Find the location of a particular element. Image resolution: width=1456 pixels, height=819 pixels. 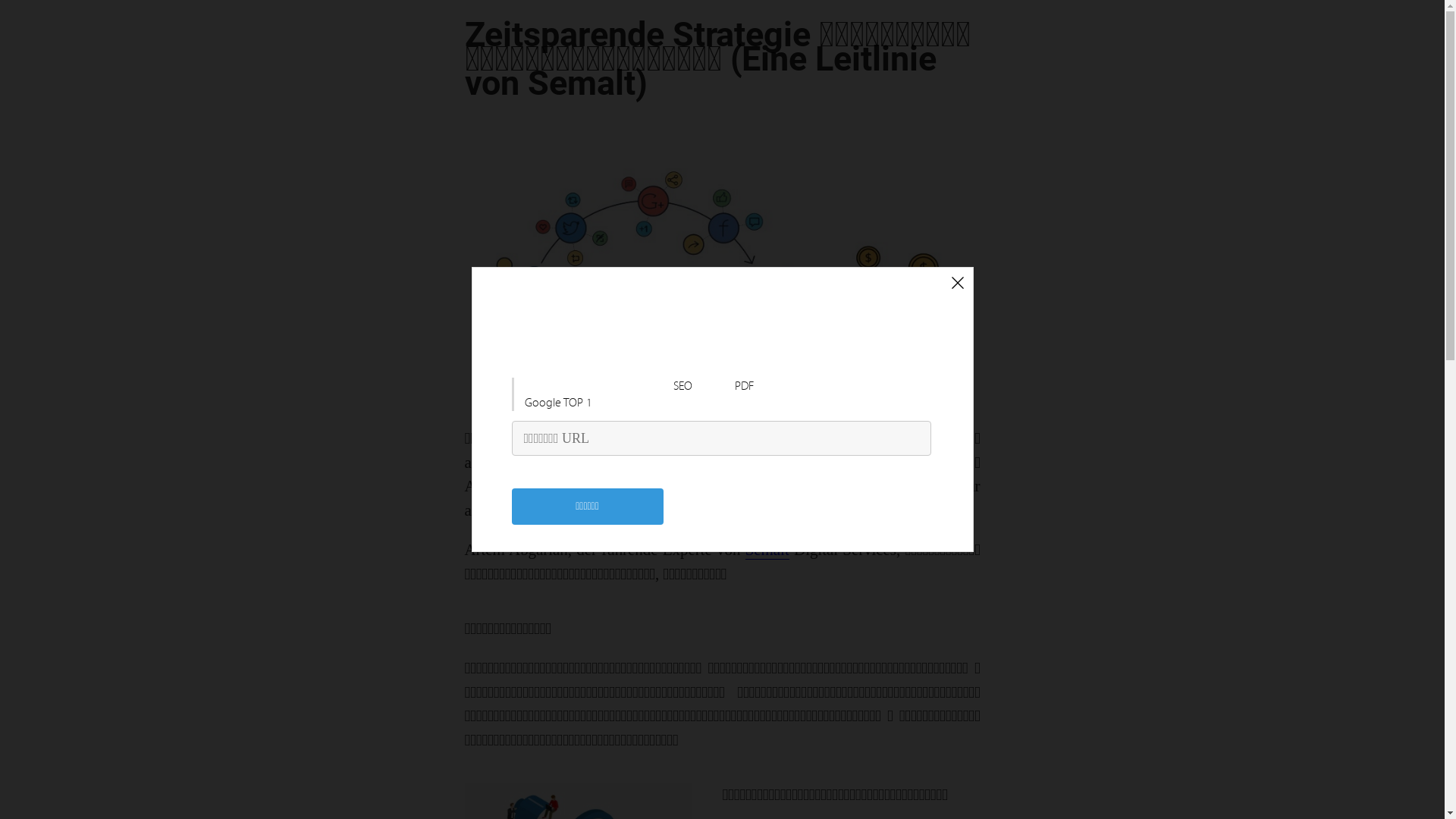

'Semalt' is located at coordinates (767, 550).